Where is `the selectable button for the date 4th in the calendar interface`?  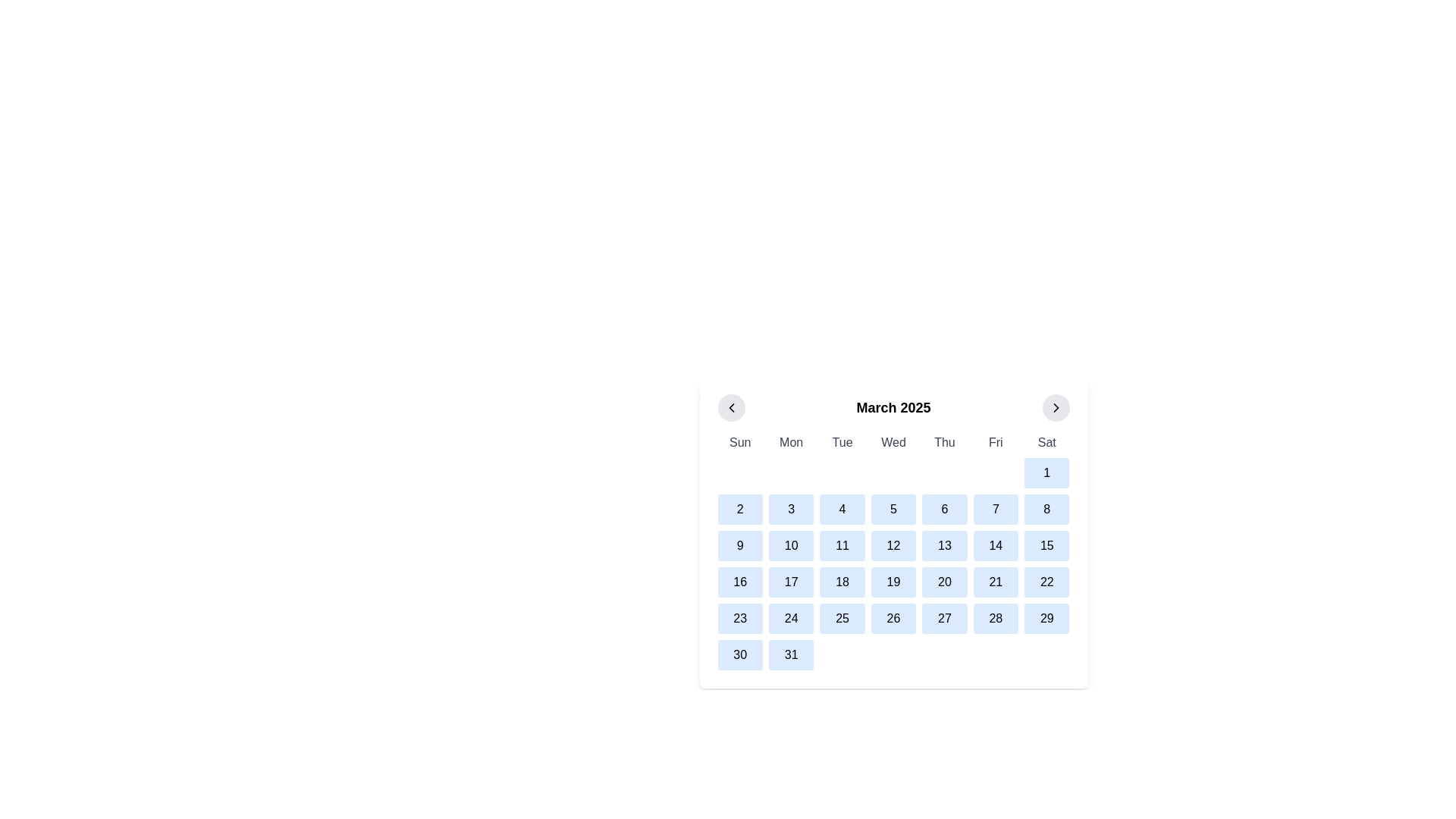
the selectable button for the date 4th in the calendar interface is located at coordinates (842, 509).